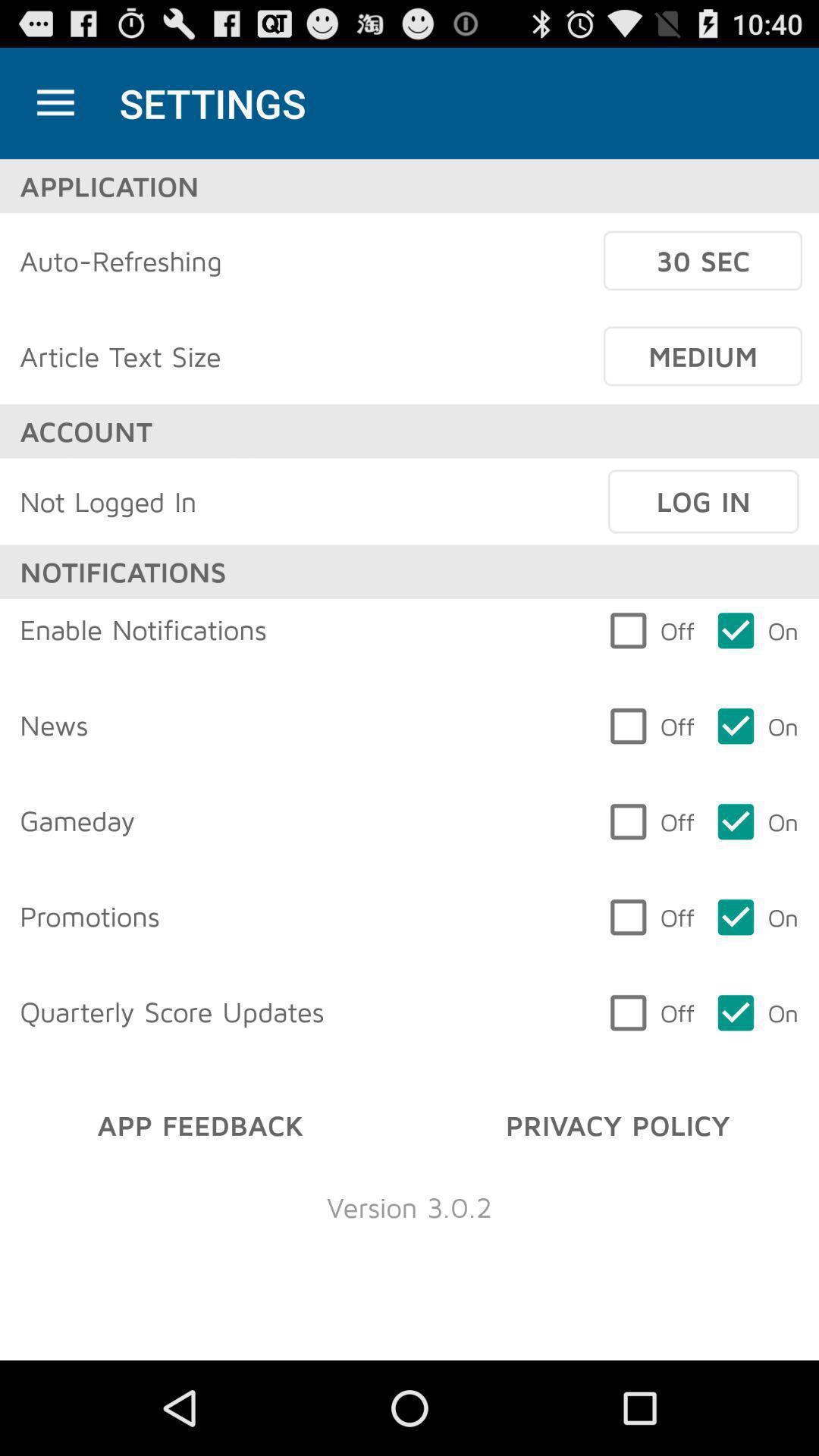 The width and height of the screenshot is (819, 1456). What do you see at coordinates (703, 501) in the screenshot?
I see `log in item` at bounding box center [703, 501].